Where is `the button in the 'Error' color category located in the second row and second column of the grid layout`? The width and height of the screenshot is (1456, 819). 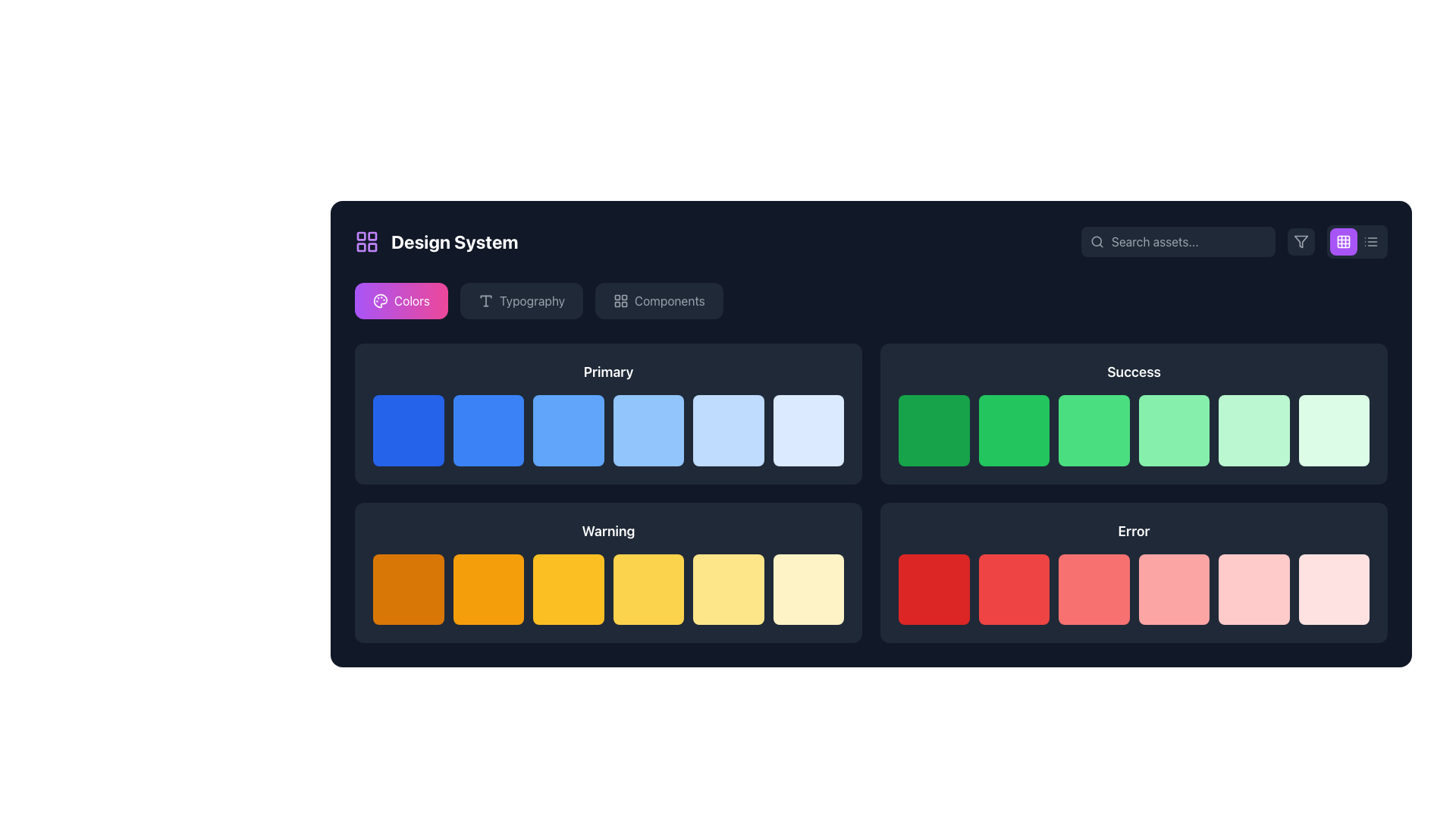 the button in the 'Error' color category located in the second row and second column of the grid layout is located at coordinates (1014, 588).